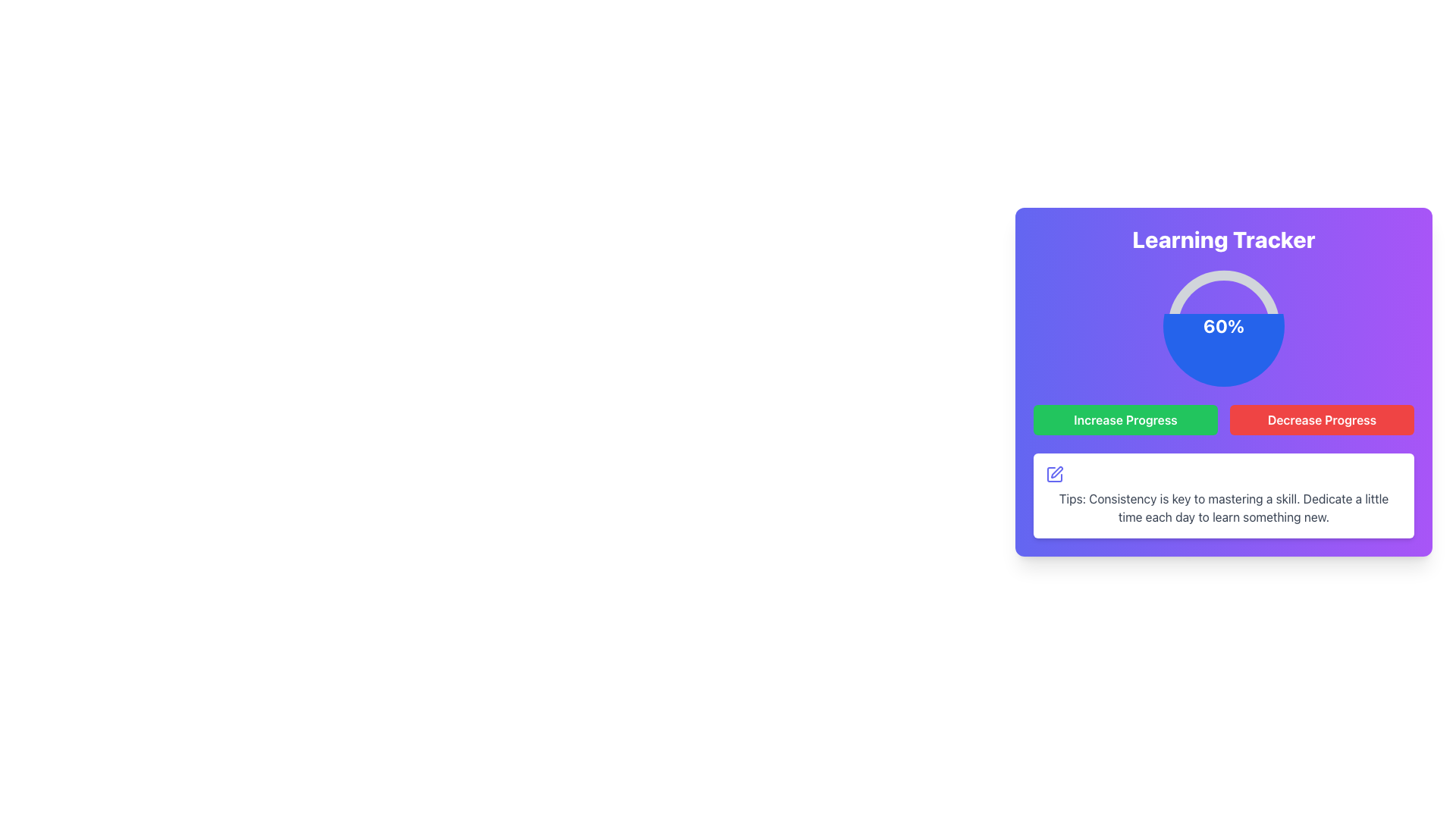 This screenshot has height=819, width=1456. What do you see at coordinates (1321, 420) in the screenshot?
I see `the red button labeled 'Decrease Progress' with bold white text to decrease progress` at bounding box center [1321, 420].